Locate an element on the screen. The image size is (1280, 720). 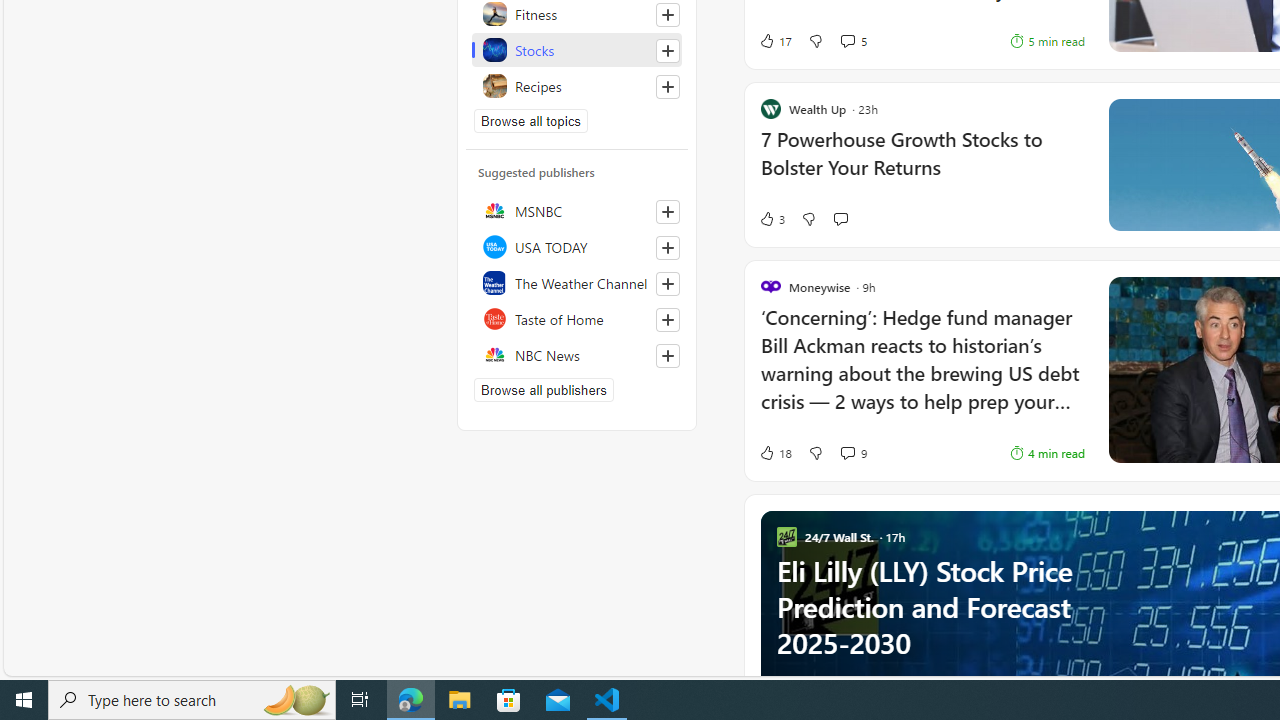
'3 Like' is located at coordinates (770, 219).